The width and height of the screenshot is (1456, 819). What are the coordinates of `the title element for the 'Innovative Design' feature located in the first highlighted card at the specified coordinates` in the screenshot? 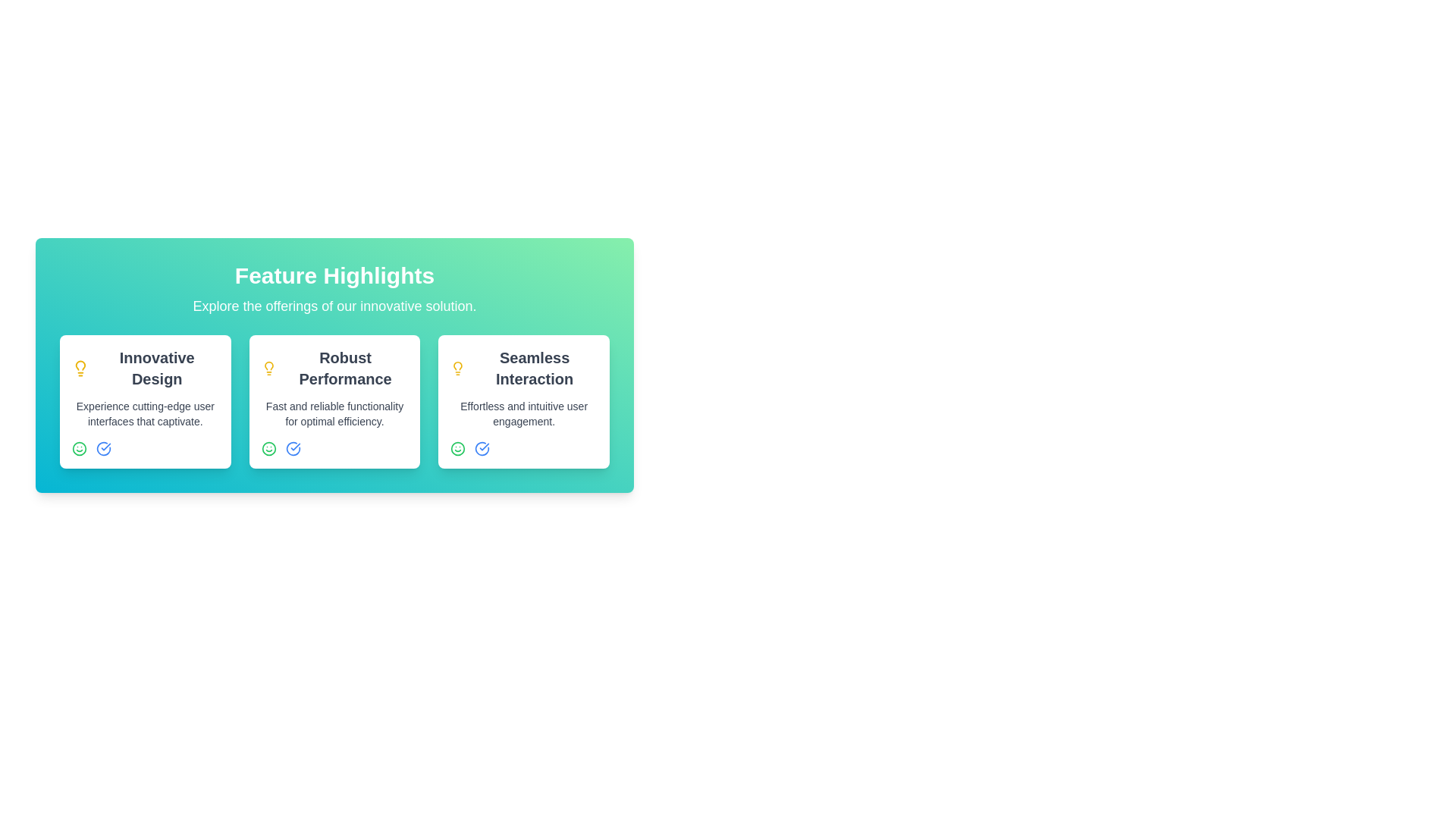 It's located at (145, 369).